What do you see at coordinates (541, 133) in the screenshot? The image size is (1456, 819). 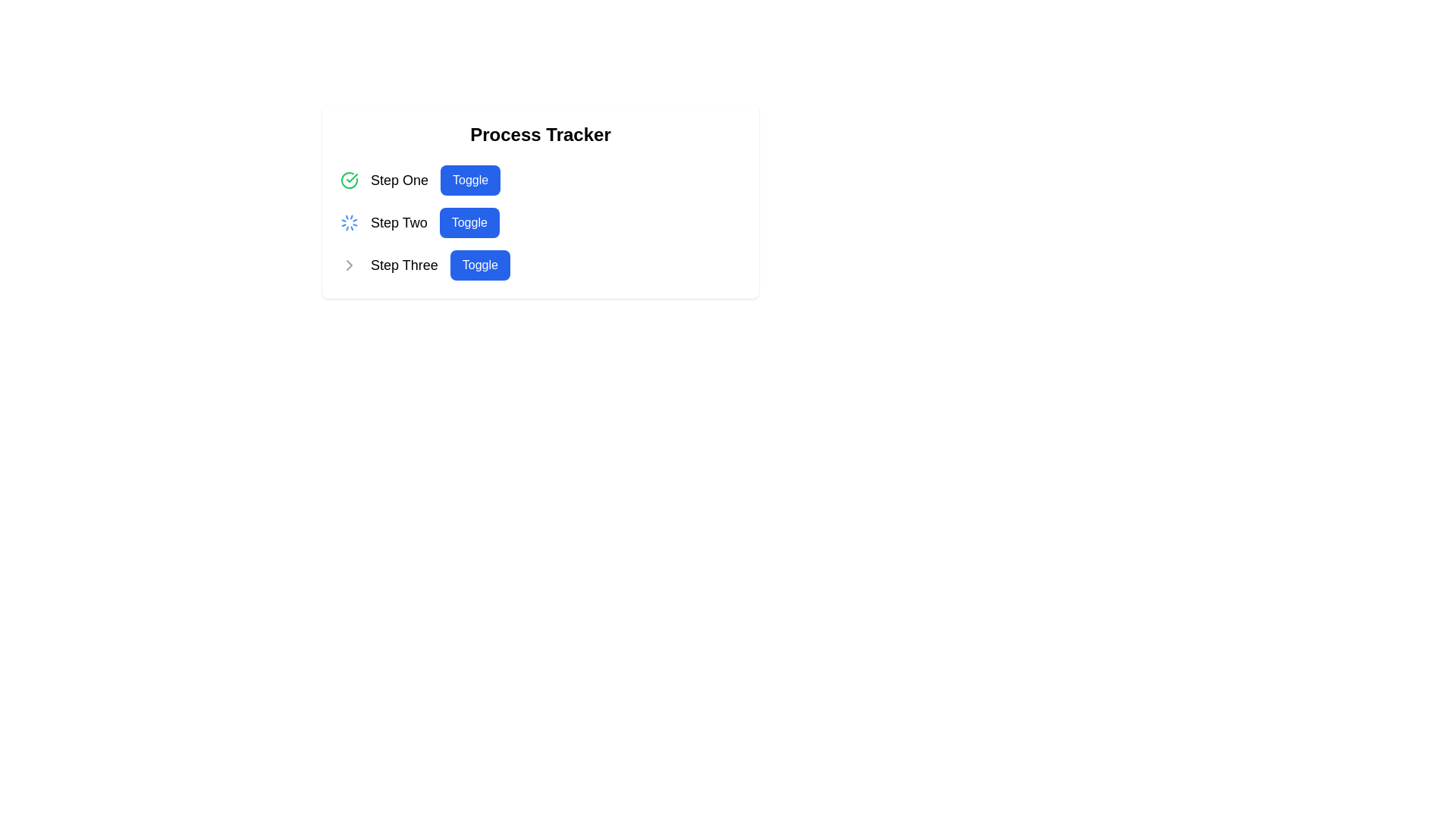 I see `text 'Process Tracker' displayed in bold, large font at the top of the card-like layout` at bounding box center [541, 133].